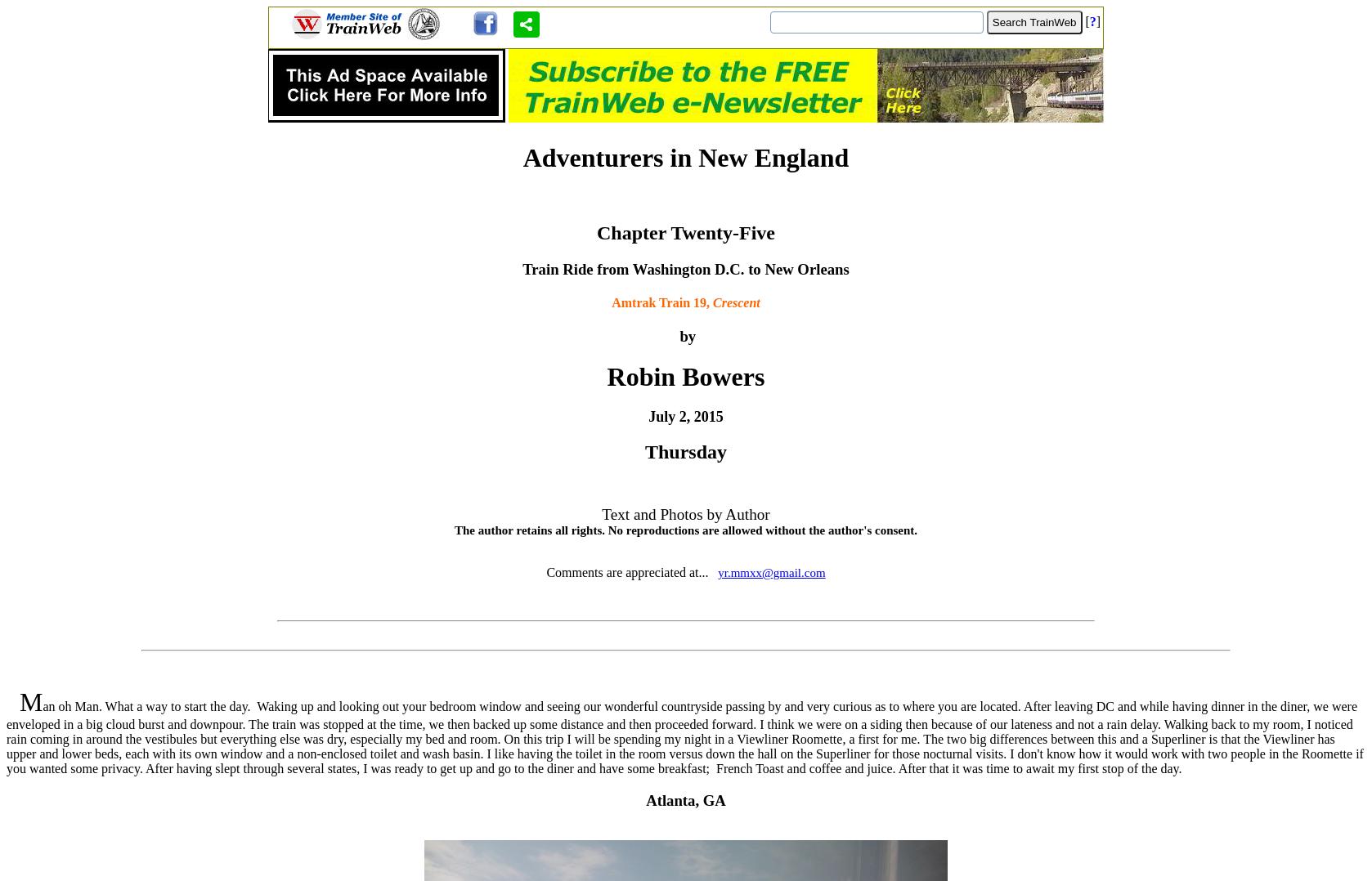 The image size is (1372, 881). Describe the element at coordinates (630, 571) in the screenshot. I see `'Comments are appreciated at...'` at that location.